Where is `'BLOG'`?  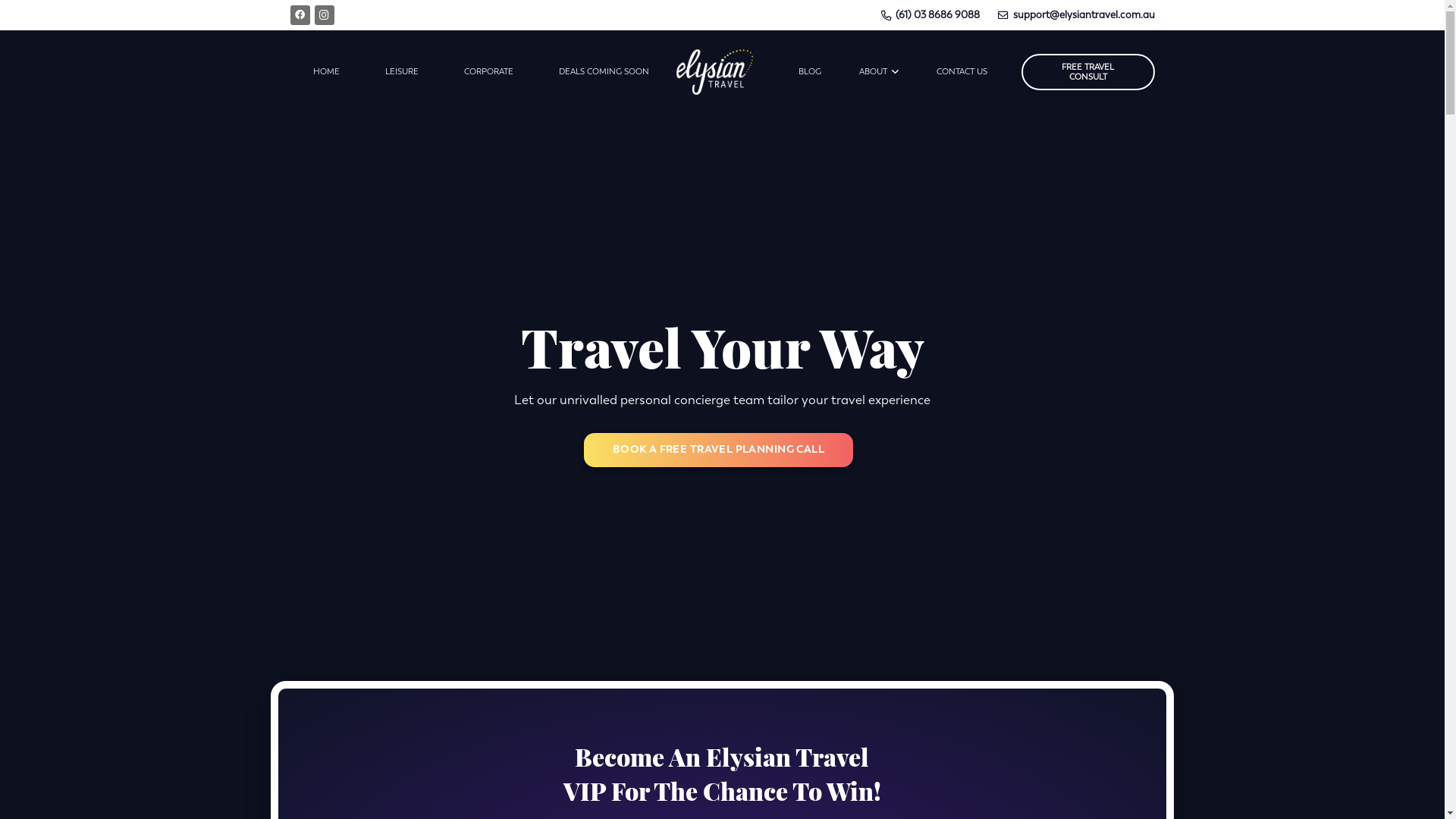
'BLOG' is located at coordinates (808, 72).